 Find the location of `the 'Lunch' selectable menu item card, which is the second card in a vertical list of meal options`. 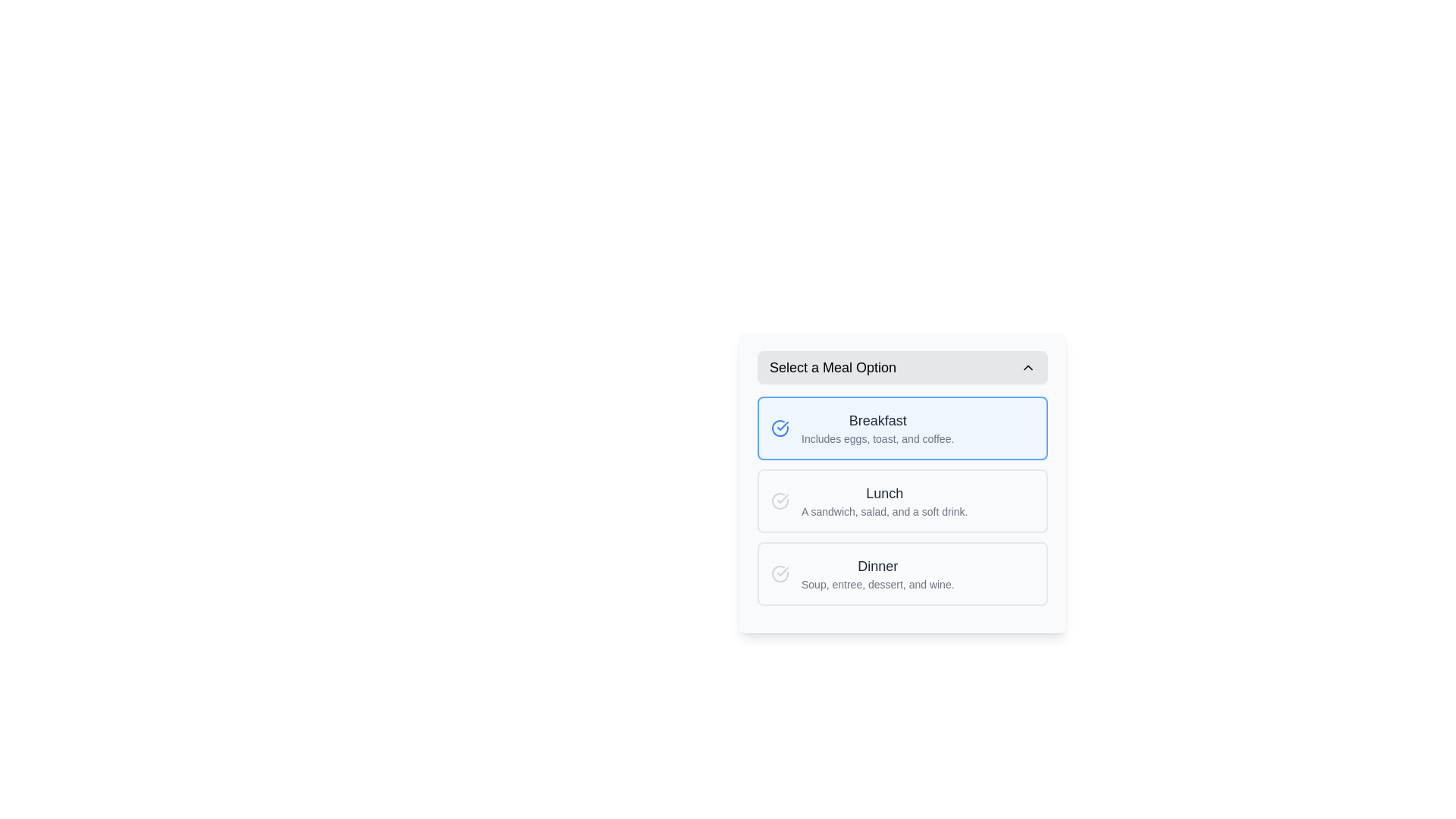

the 'Lunch' selectable menu item card, which is the second card in a vertical list of meal options is located at coordinates (902, 482).